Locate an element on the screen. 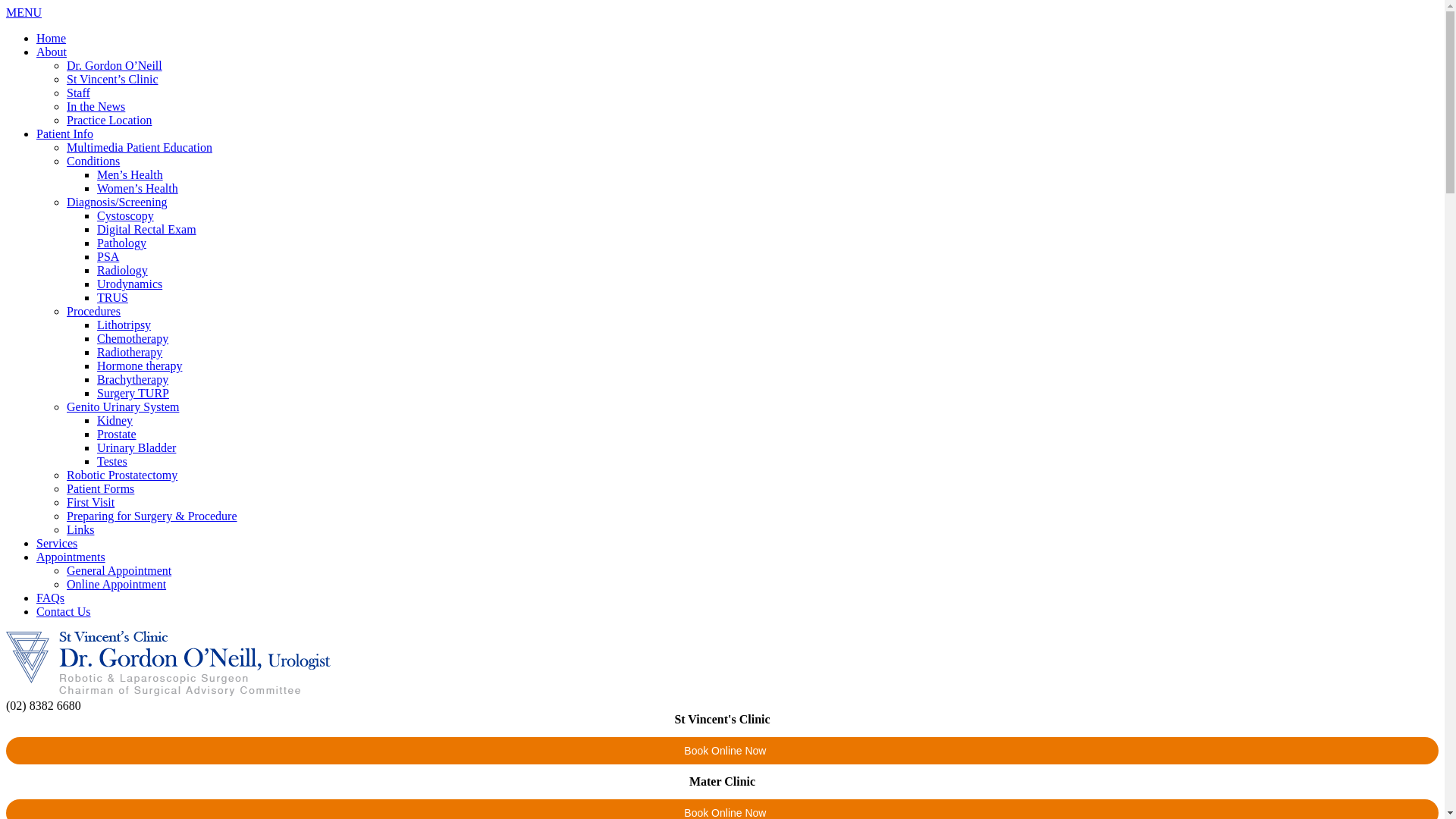  'About' is located at coordinates (36, 51).